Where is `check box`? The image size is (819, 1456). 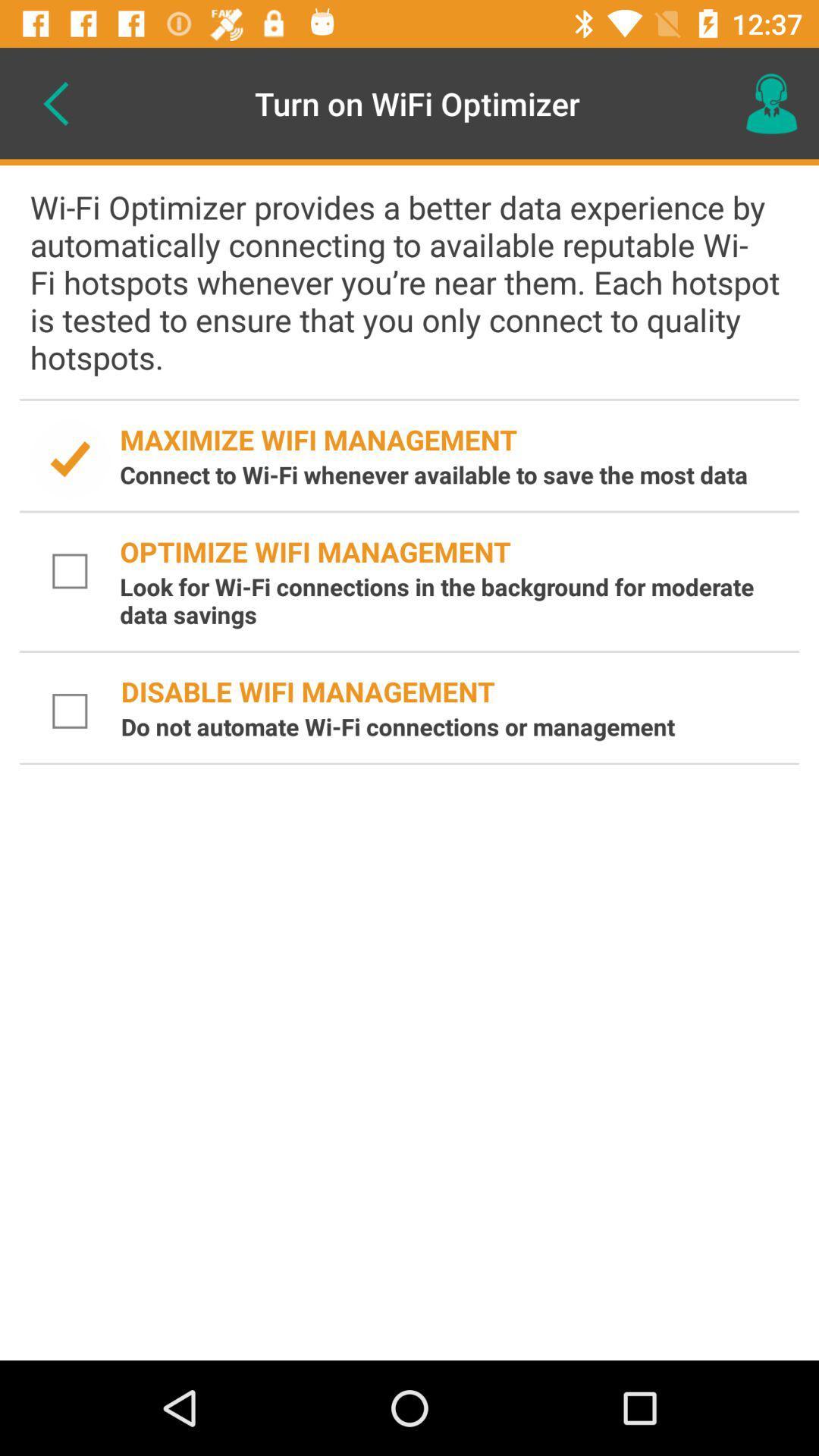 check box is located at coordinates (70, 570).